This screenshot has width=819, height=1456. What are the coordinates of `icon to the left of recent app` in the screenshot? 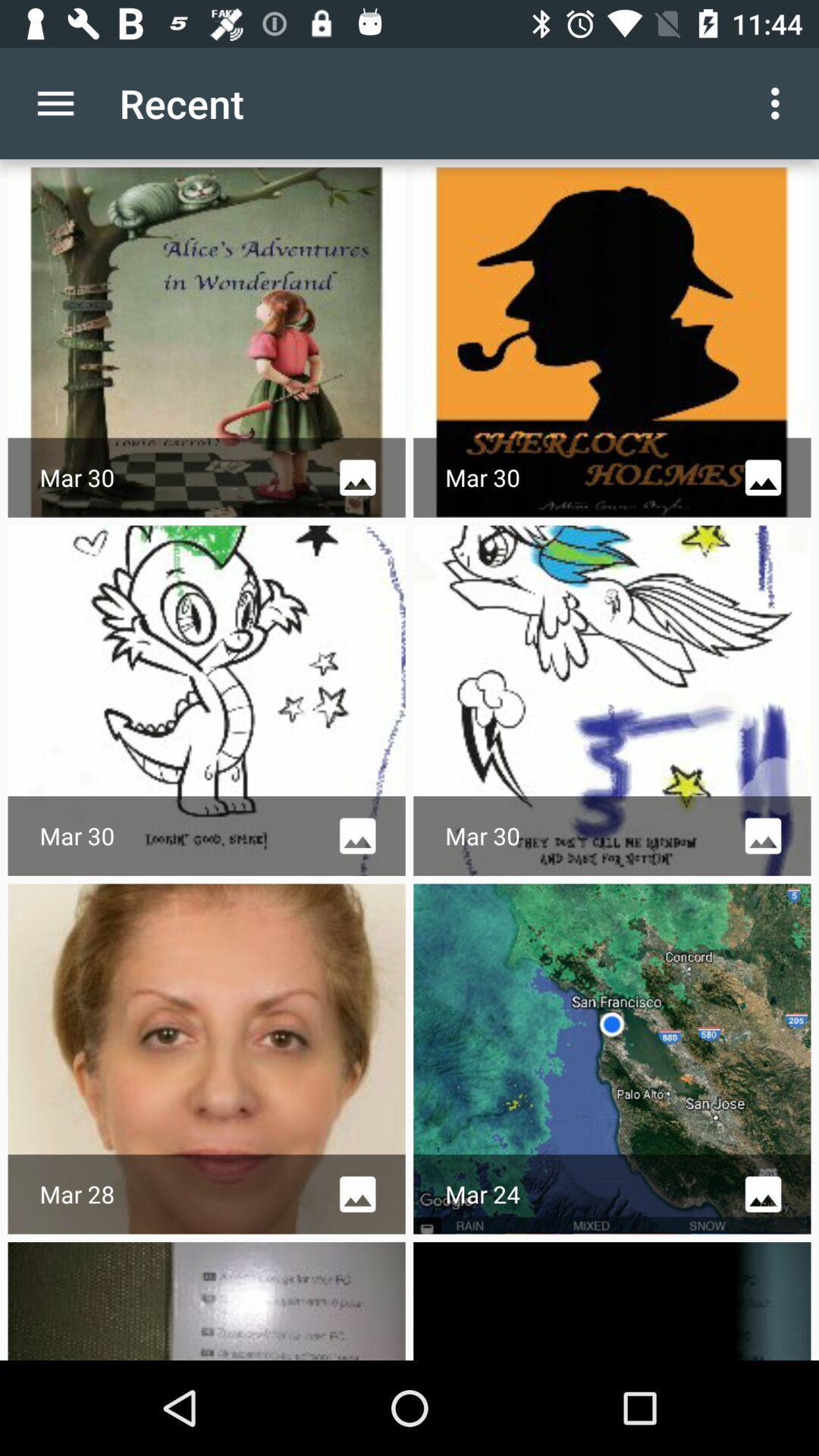 It's located at (55, 102).